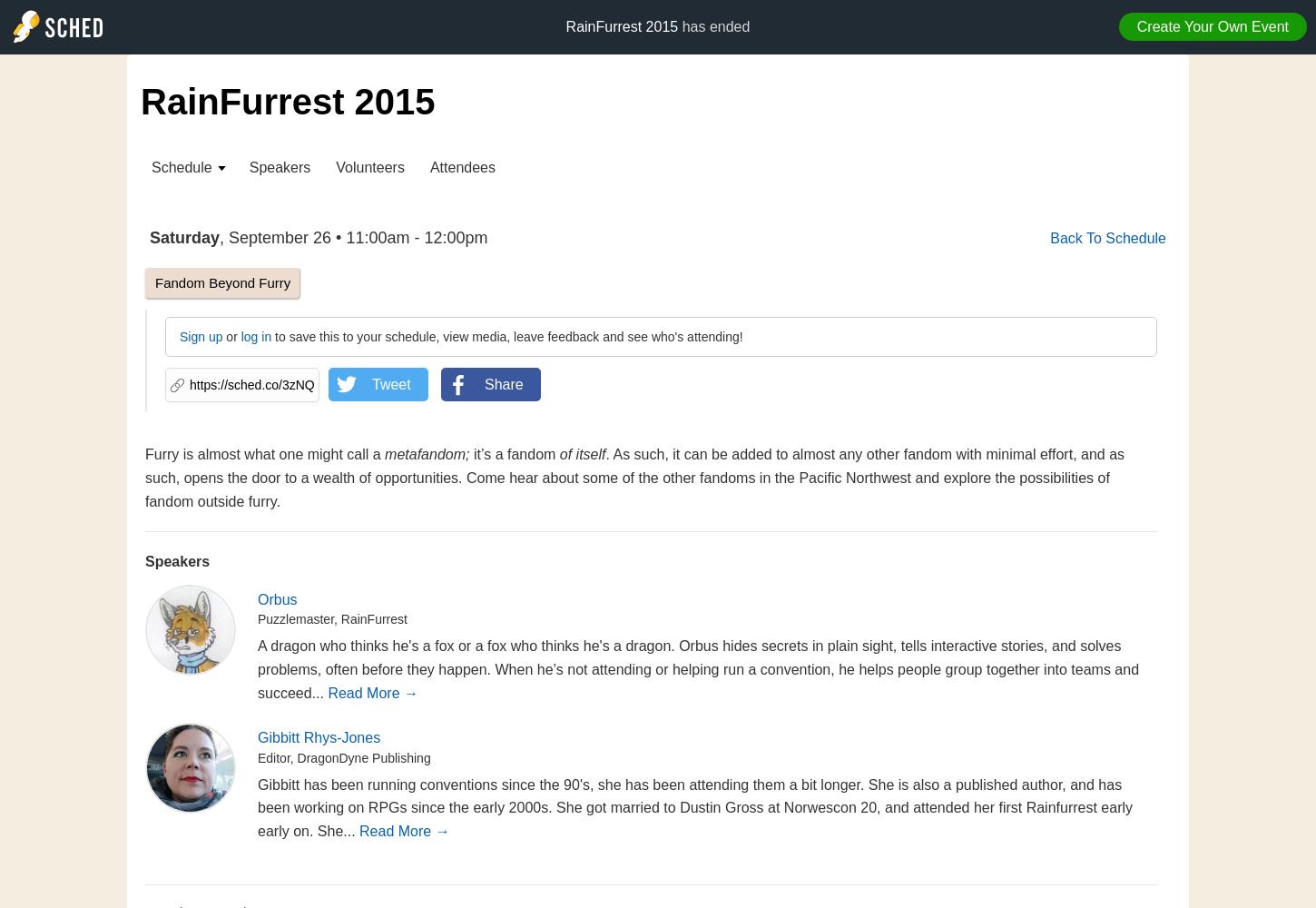 The height and width of the screenshot is (908, 1316). I want to click on 'Orbus', so click(277, 598).